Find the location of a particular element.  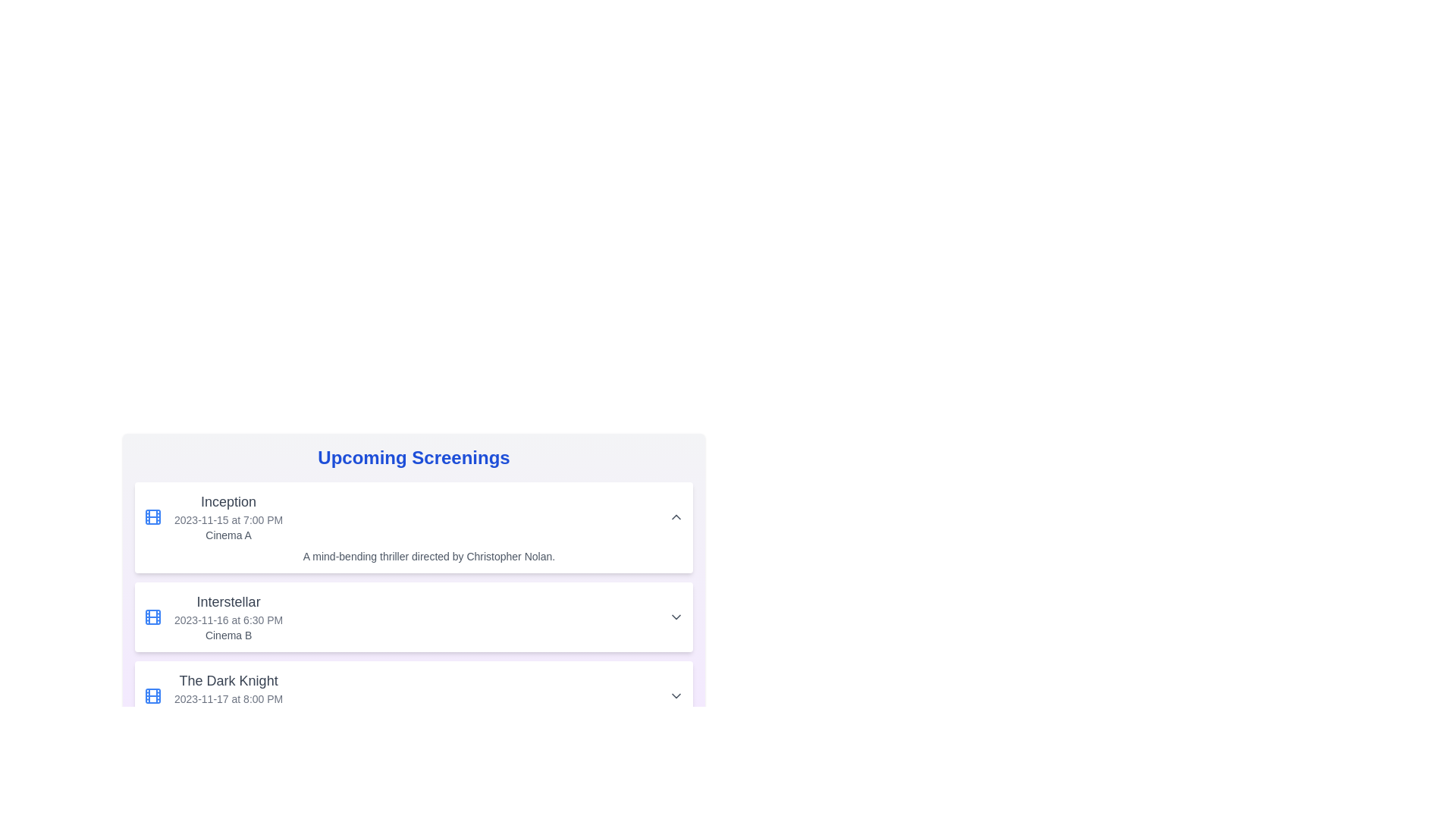

the third list item of upcoming movie screenings, which provides details such as the movie title, screening date and time, and location is located at coordinates (414, 696).